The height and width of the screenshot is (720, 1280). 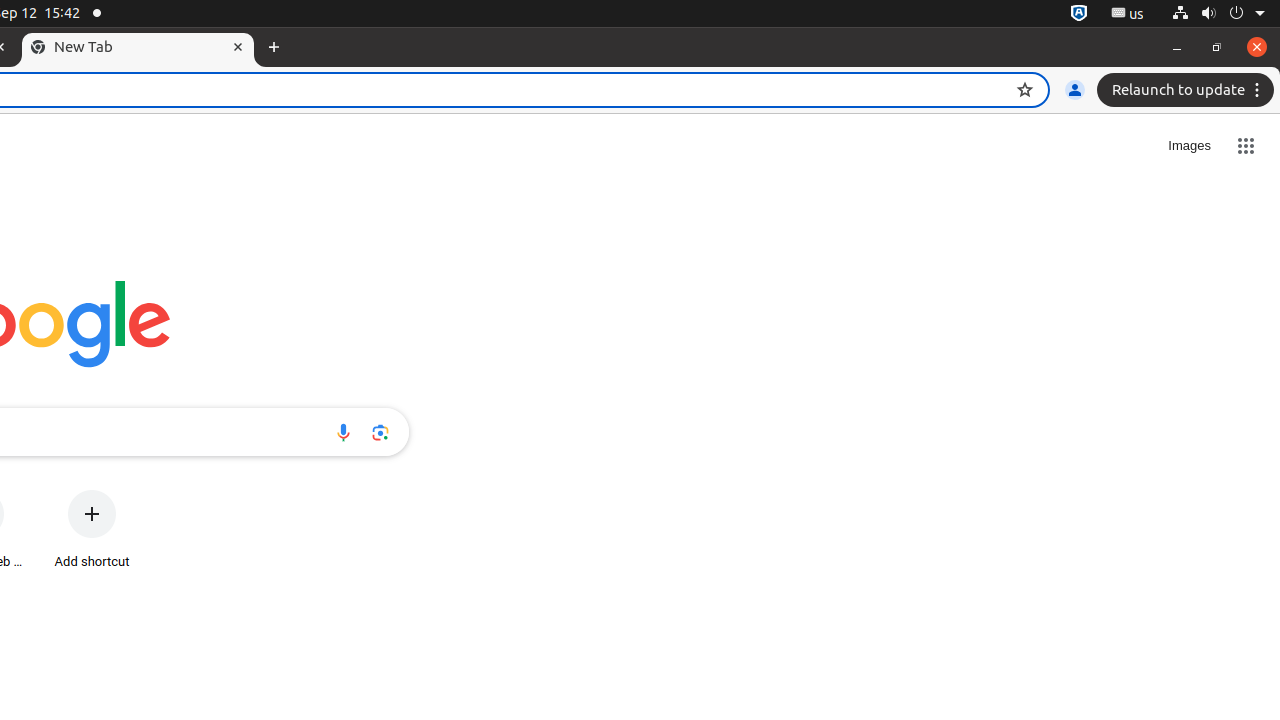 I want to click on 'Google apps', so click(x=1244, y=145).